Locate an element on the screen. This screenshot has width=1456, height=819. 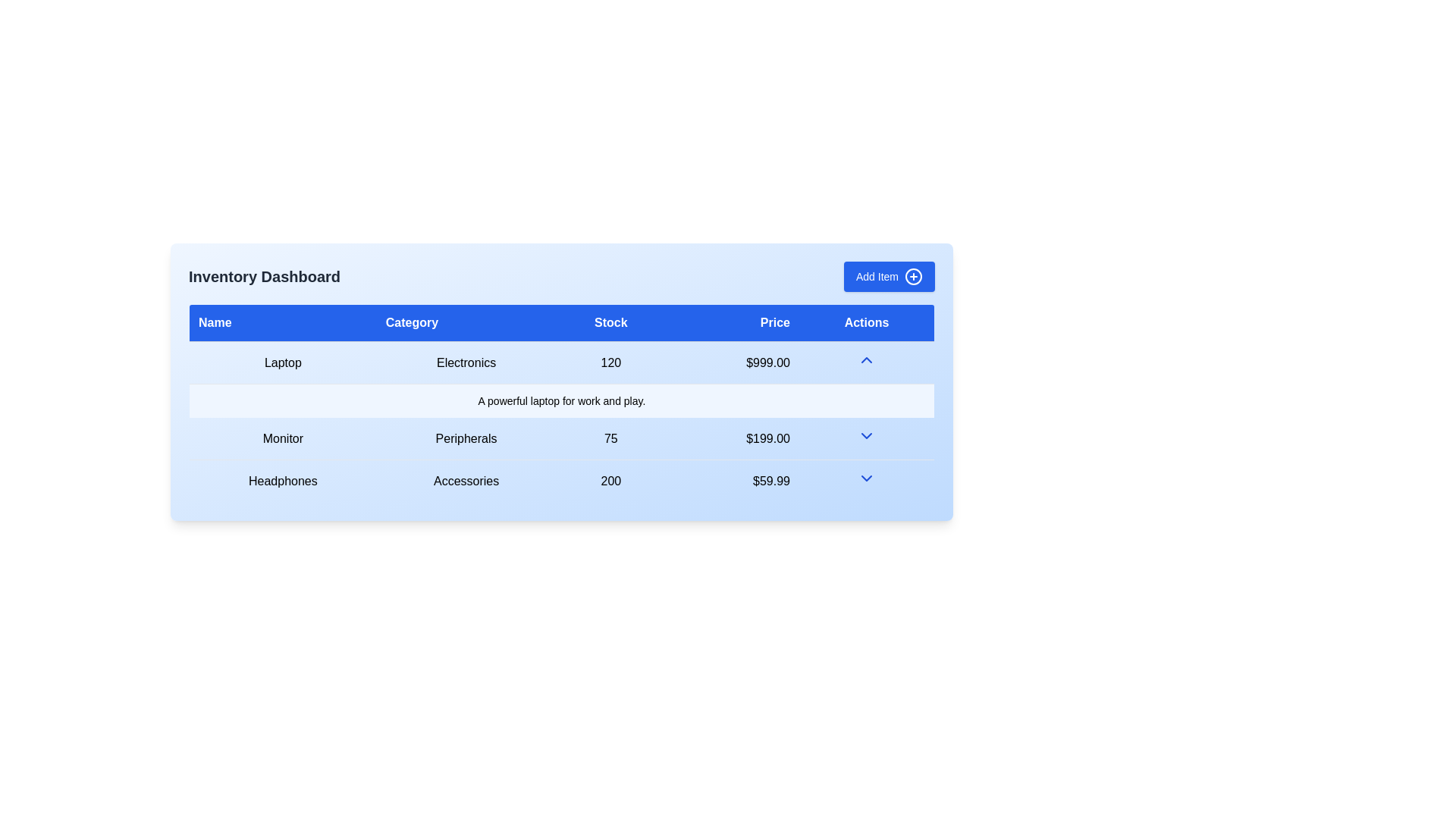
the dropdown activator icon located in the 'Actions' column of the last row in the 'Inventory Dashboard' is located at coordinates (866, 479).